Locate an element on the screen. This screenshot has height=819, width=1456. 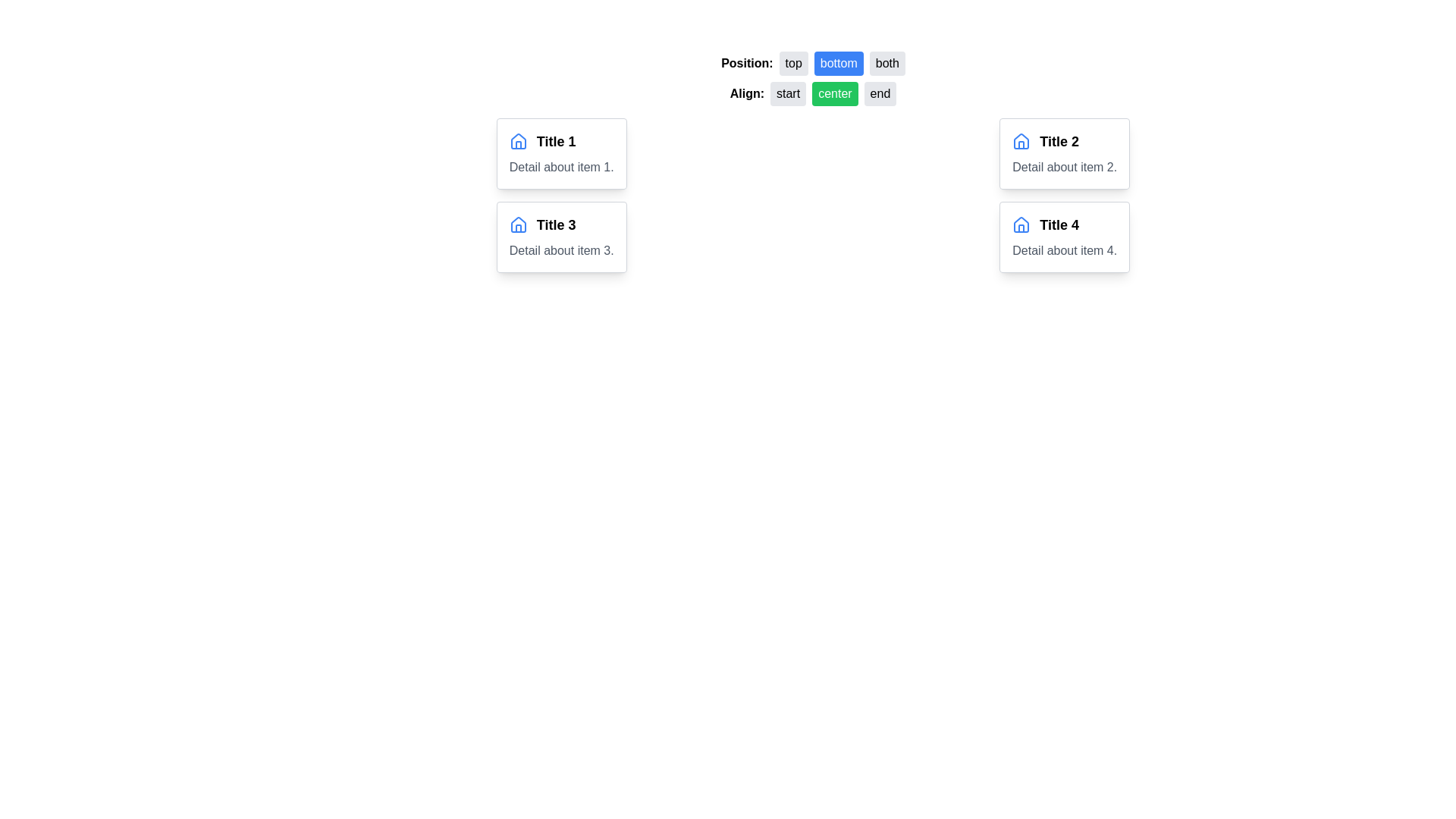
the Interactive control group with buttons to confirm a selection is located at coordinates (812, 79).